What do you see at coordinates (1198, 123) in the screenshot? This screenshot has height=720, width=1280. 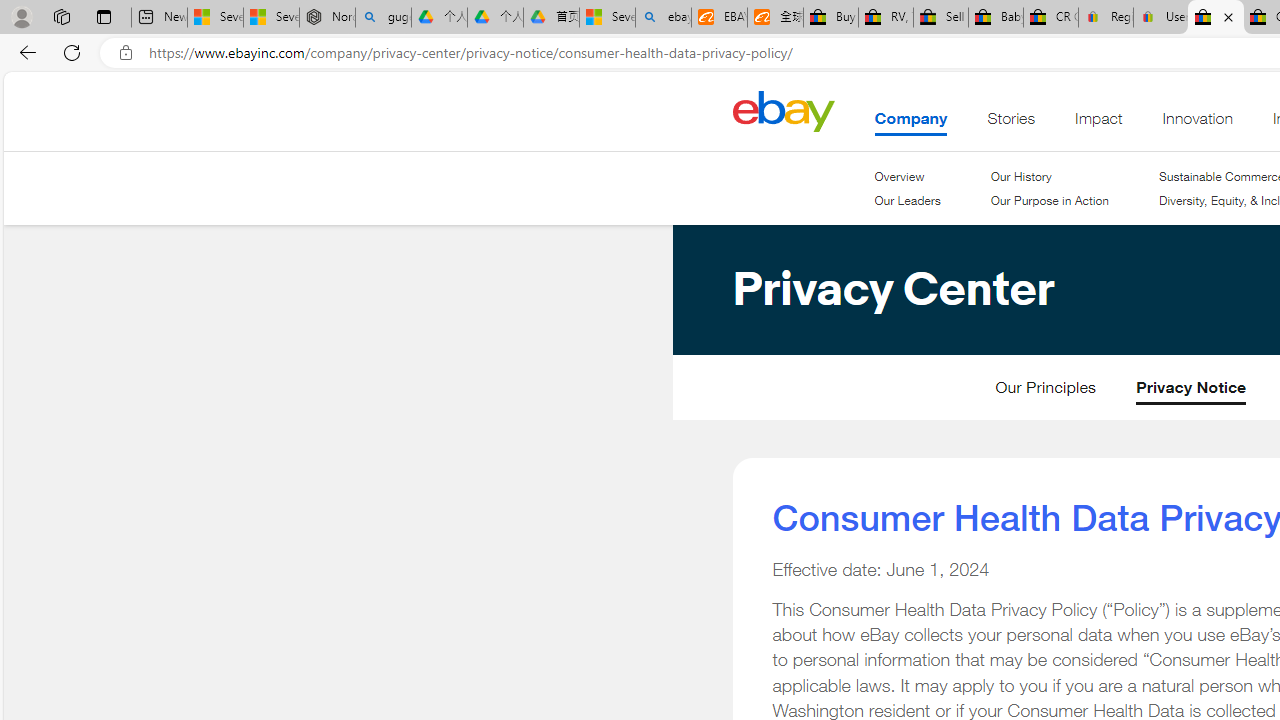 I see `'Innovation'` at bounding box center [1198, 123].